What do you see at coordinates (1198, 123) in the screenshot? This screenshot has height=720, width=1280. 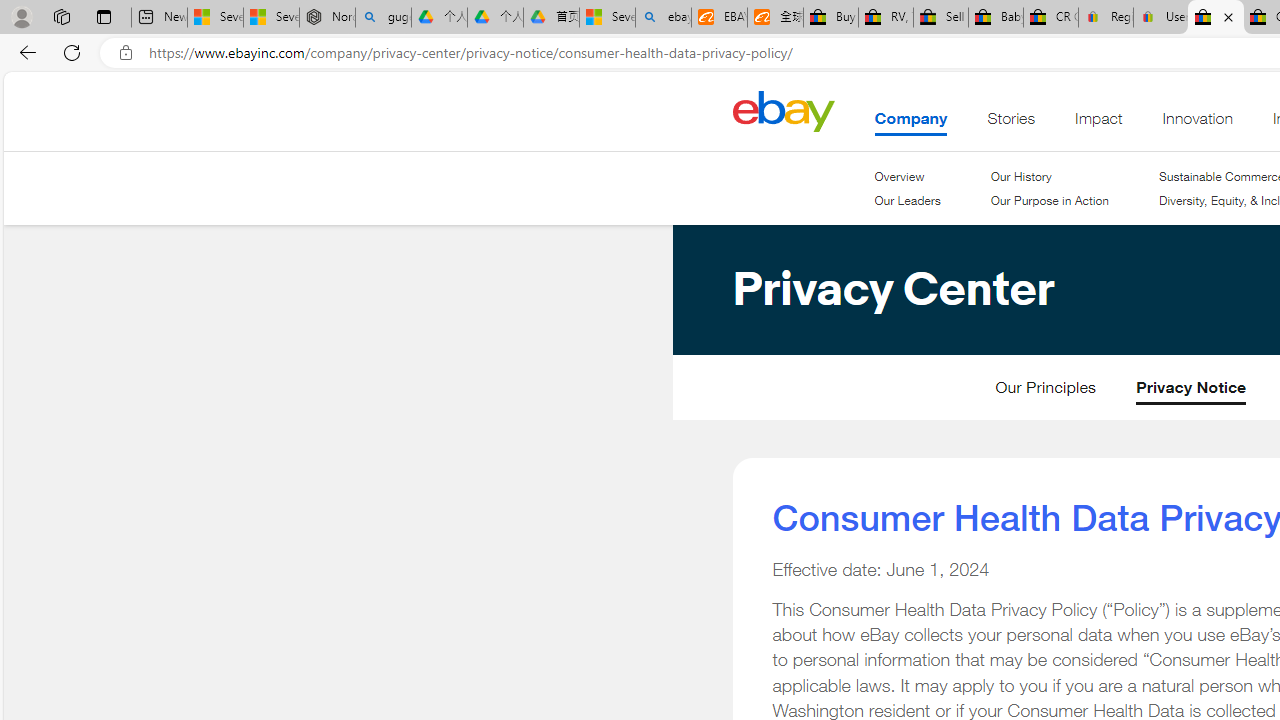 I see `'Innovation'` at bounding box center [1198, 123].